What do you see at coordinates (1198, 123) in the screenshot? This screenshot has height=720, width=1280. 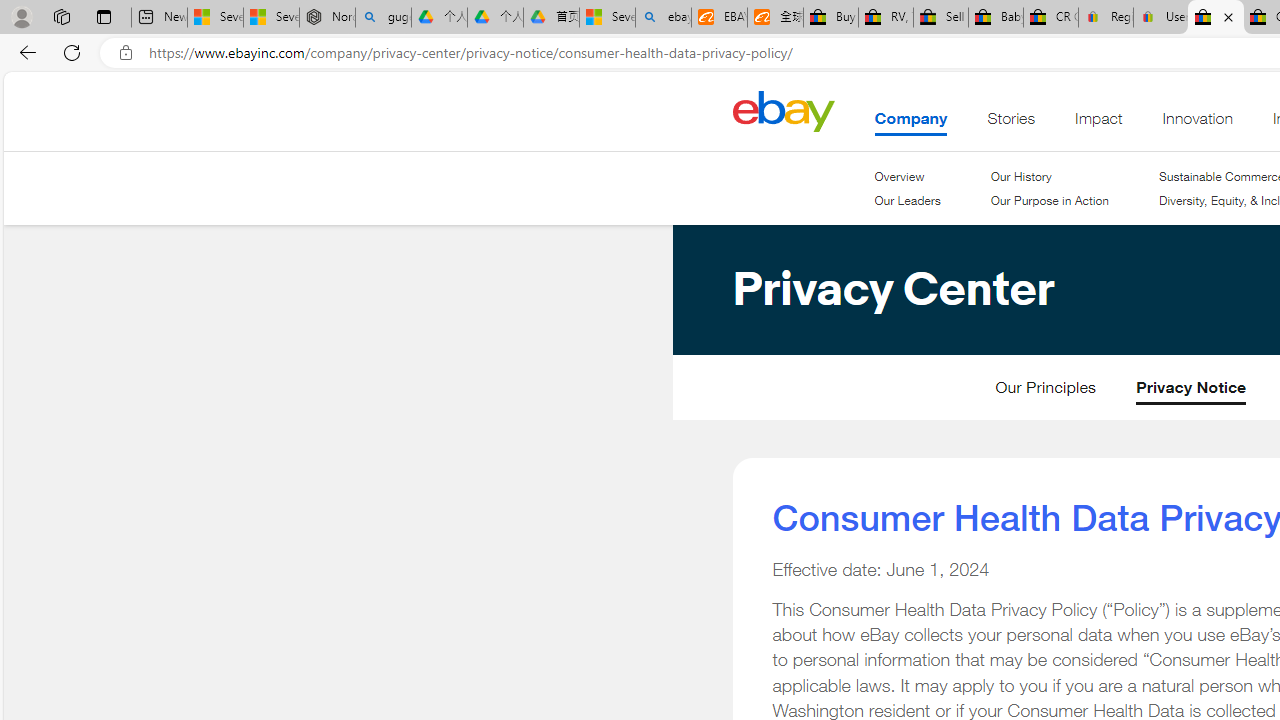 I see `'Innovation'` at bounding box center [1198, 123].